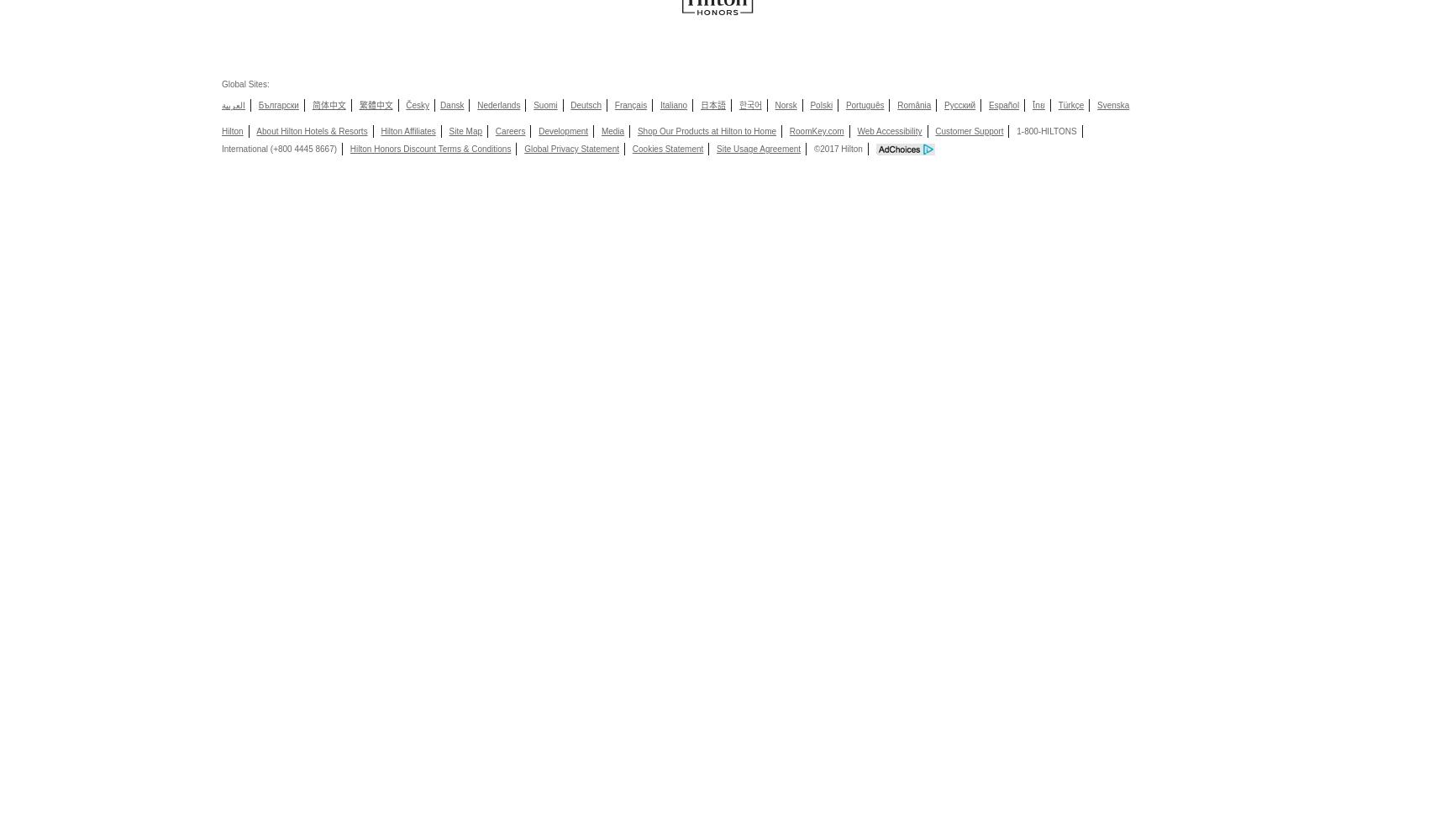  I want to click on 'Português', so click(865, 105).